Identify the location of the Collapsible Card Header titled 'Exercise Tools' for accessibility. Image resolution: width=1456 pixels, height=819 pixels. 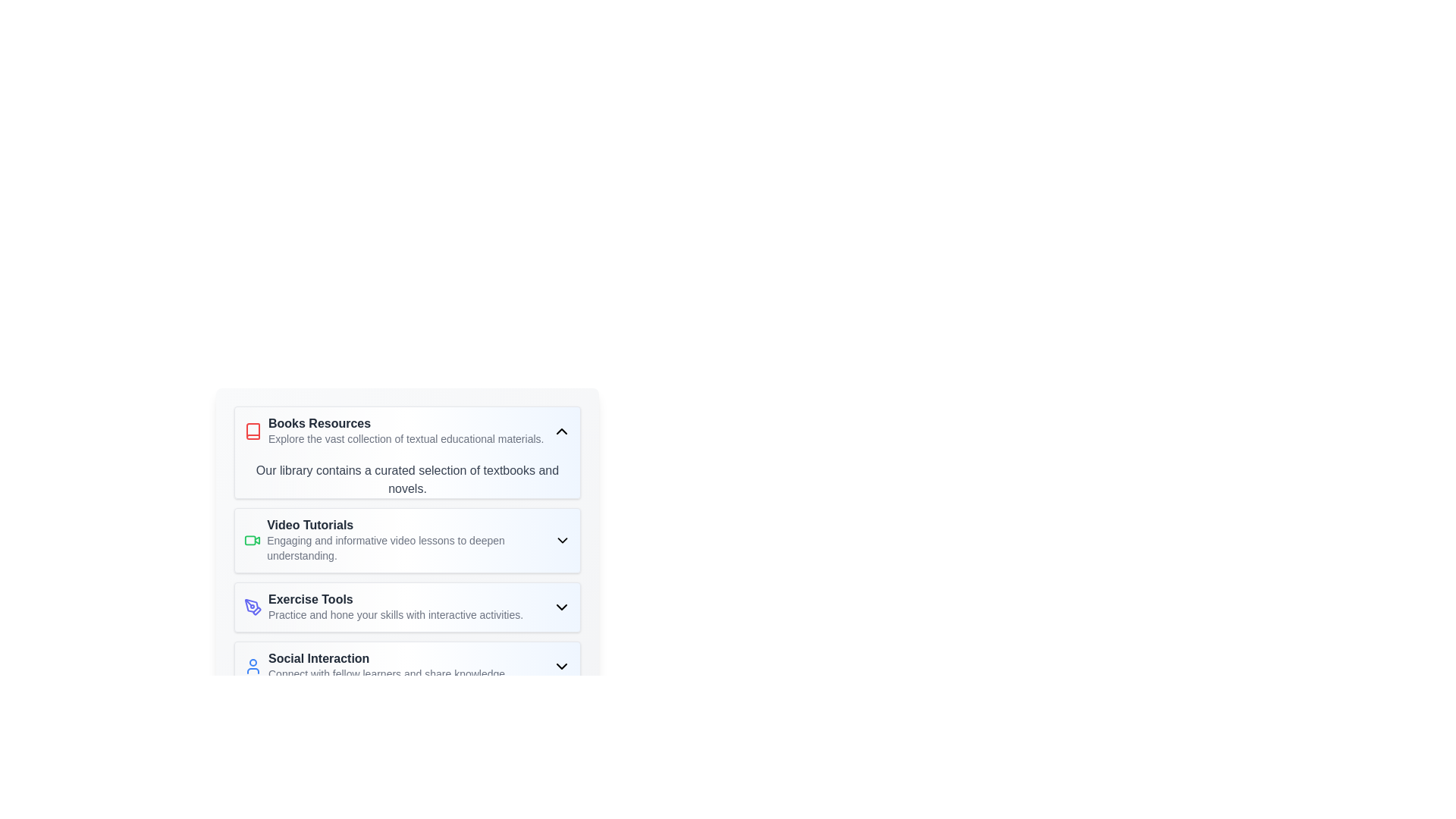
(407, 607).